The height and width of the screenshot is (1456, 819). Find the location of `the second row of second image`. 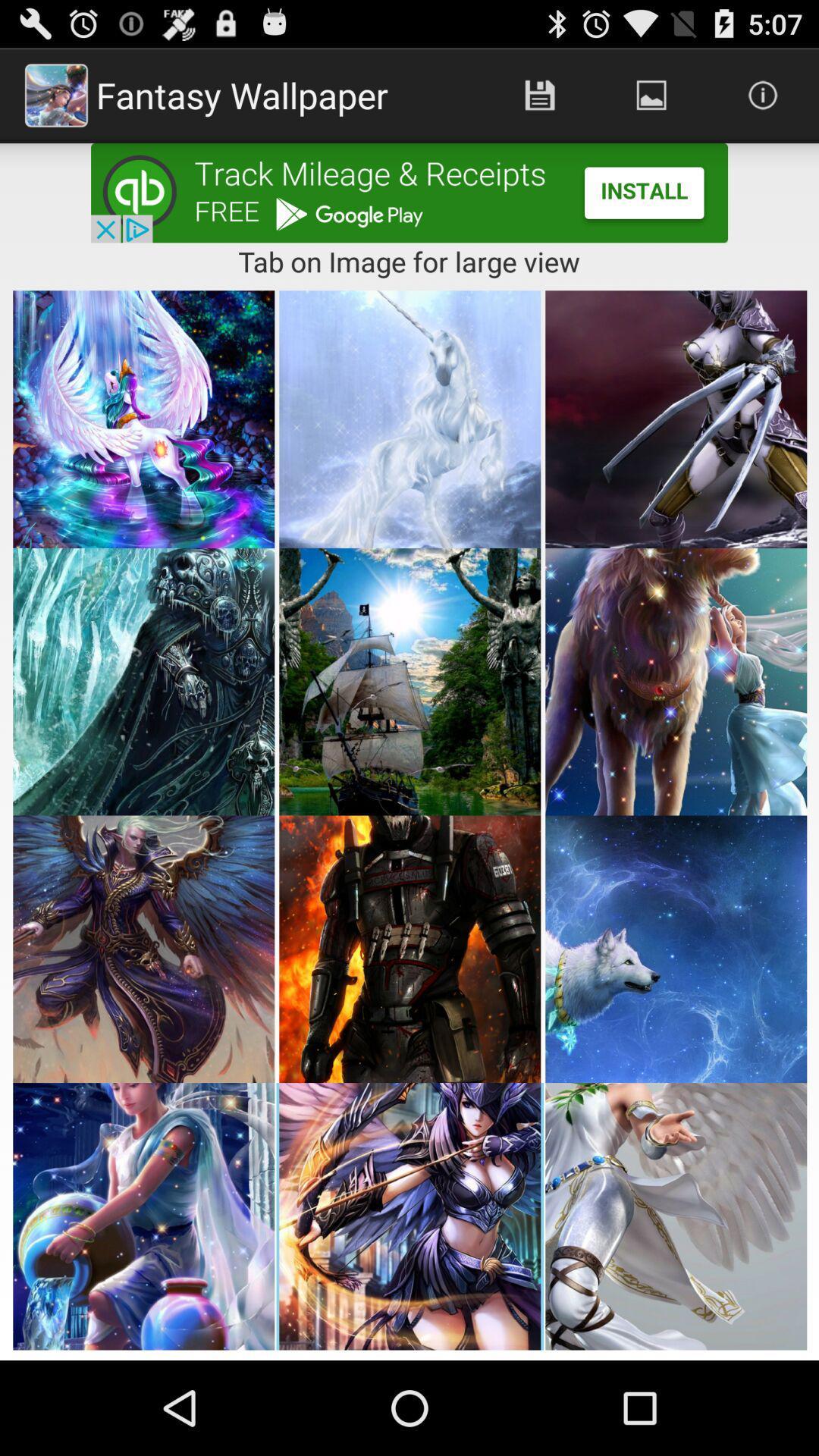

the second row of second image is located at coordinates (409, 681).